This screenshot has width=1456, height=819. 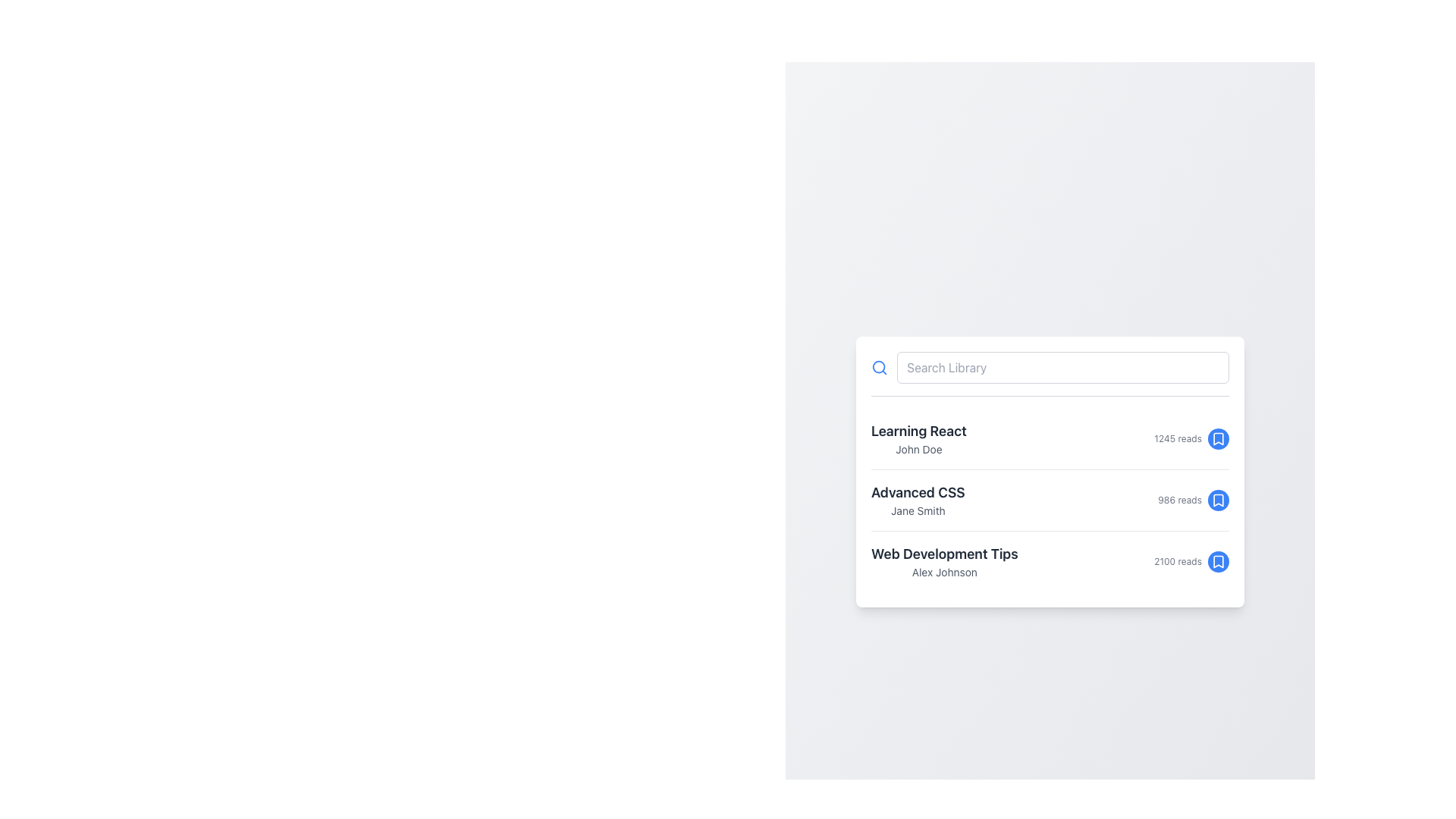 I want to click on the bookmark icon button located on the rightmost part of the third list item, so click(x=1219, y=561).